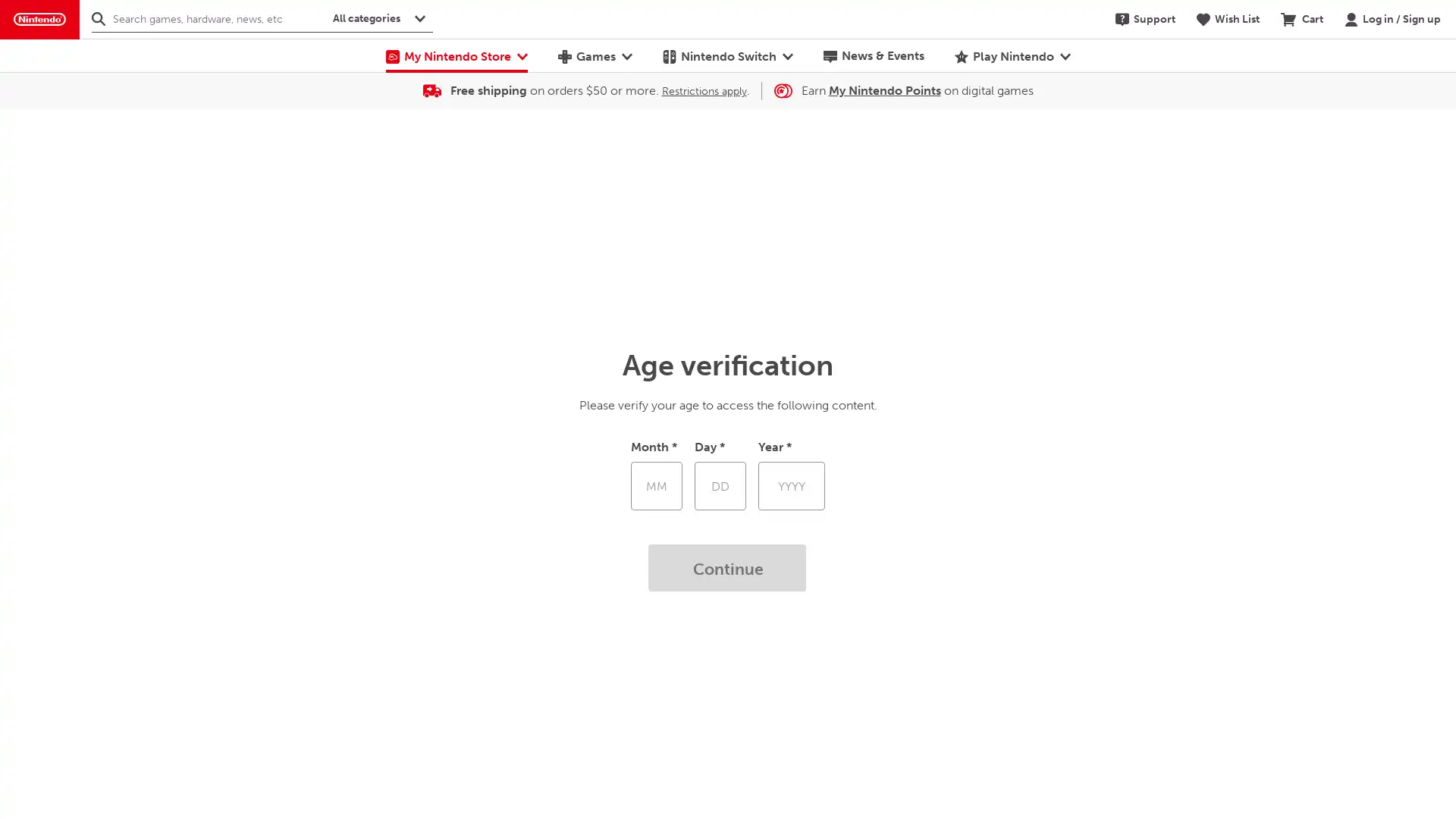  I want to click on Play Nintendo, so click(1012, 55).